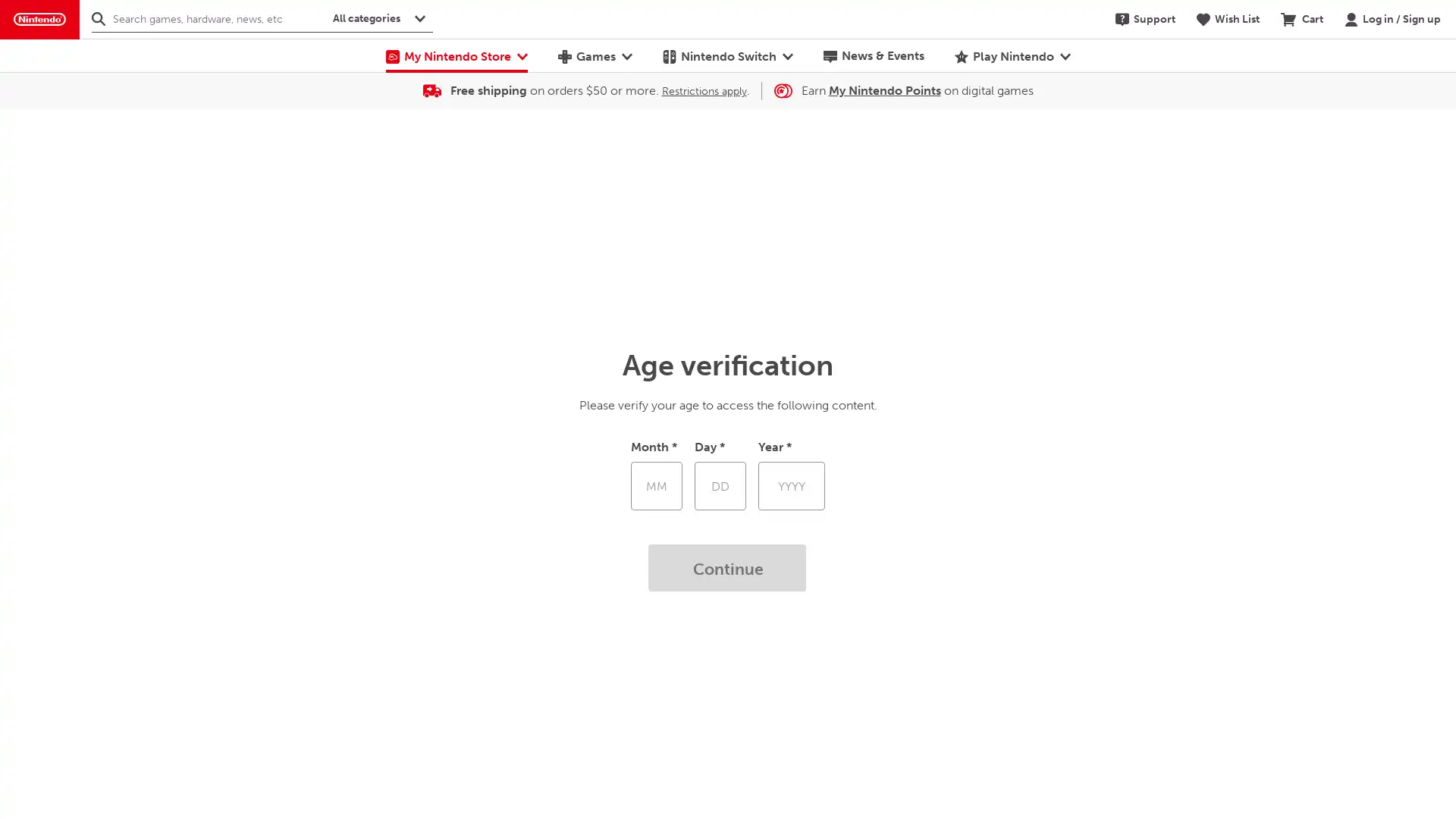  I want to click on Play Nintendo, so click(1012, 55).